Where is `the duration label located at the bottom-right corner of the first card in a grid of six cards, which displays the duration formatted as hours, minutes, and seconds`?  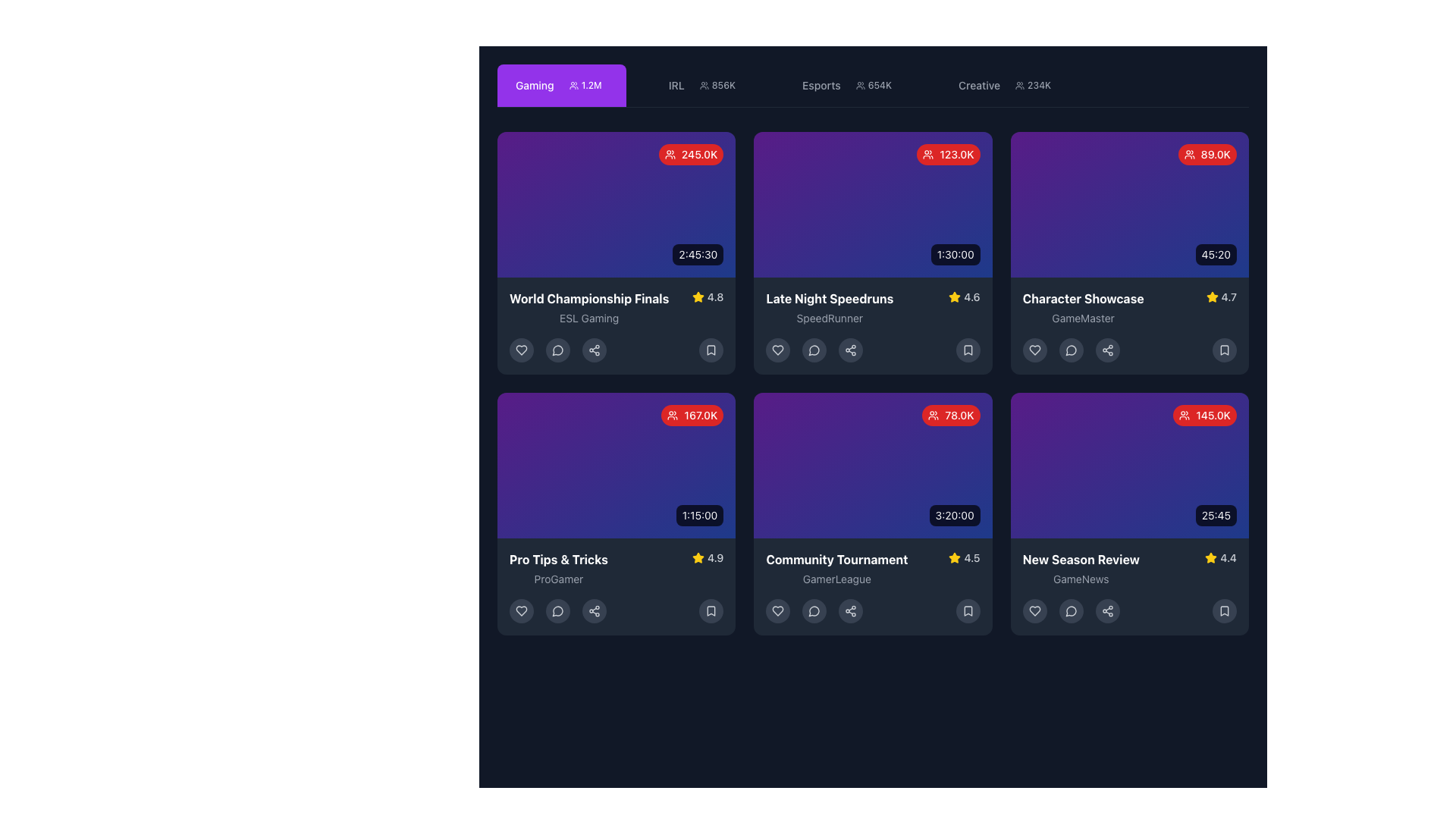
the duration label located at the bottom-right corner of the first card in a grid of six cards, which displays the duration formatted as hours, minutes, and seconds is located at coordinates (697, 253).